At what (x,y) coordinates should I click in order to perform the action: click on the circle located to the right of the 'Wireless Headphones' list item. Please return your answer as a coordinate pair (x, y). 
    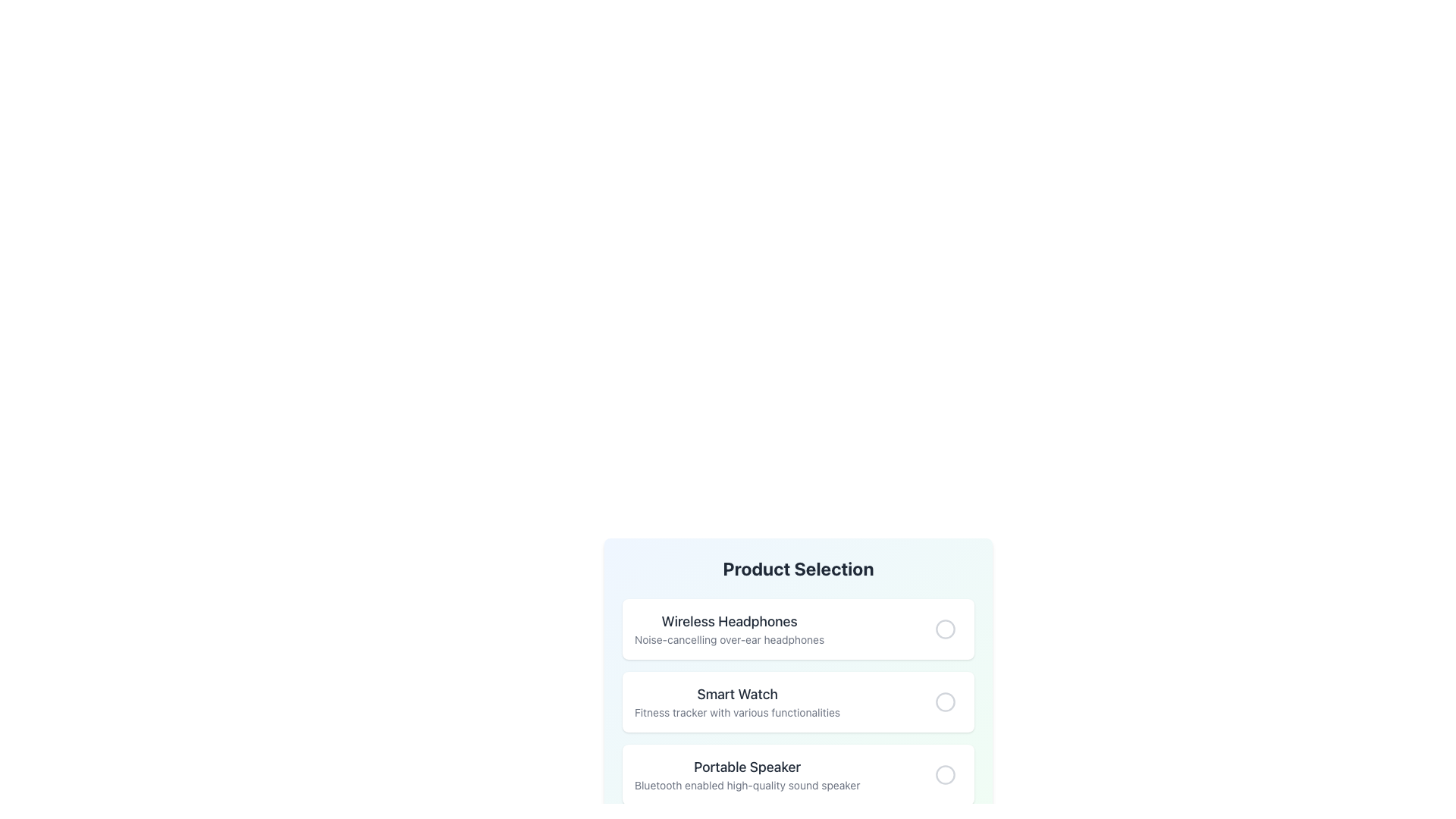
    Looking at the image, I should click on (945, 629).